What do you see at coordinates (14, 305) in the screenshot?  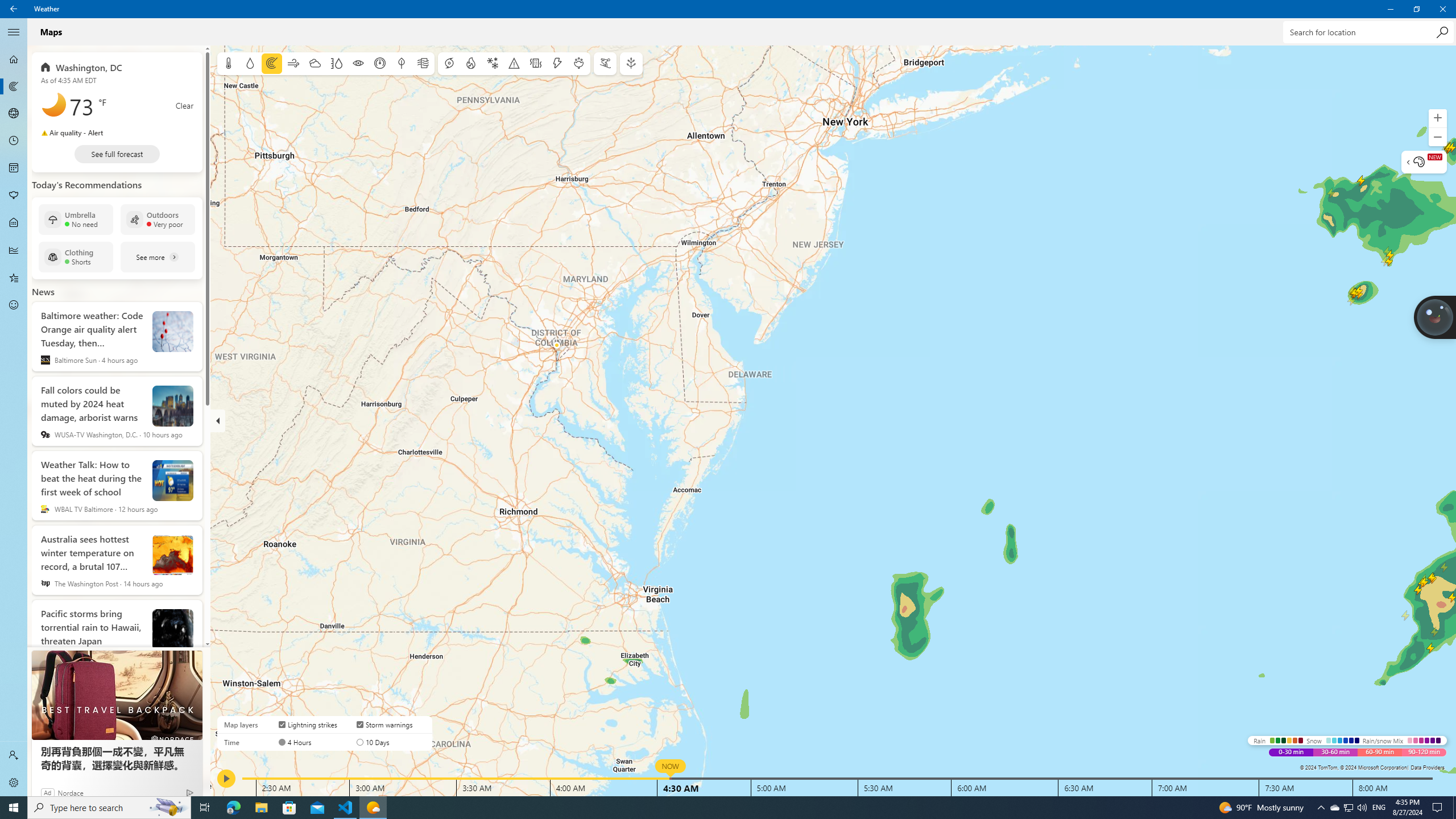 I see `'Send Feedback - Not Selected'` at bounding box center [14, 305].